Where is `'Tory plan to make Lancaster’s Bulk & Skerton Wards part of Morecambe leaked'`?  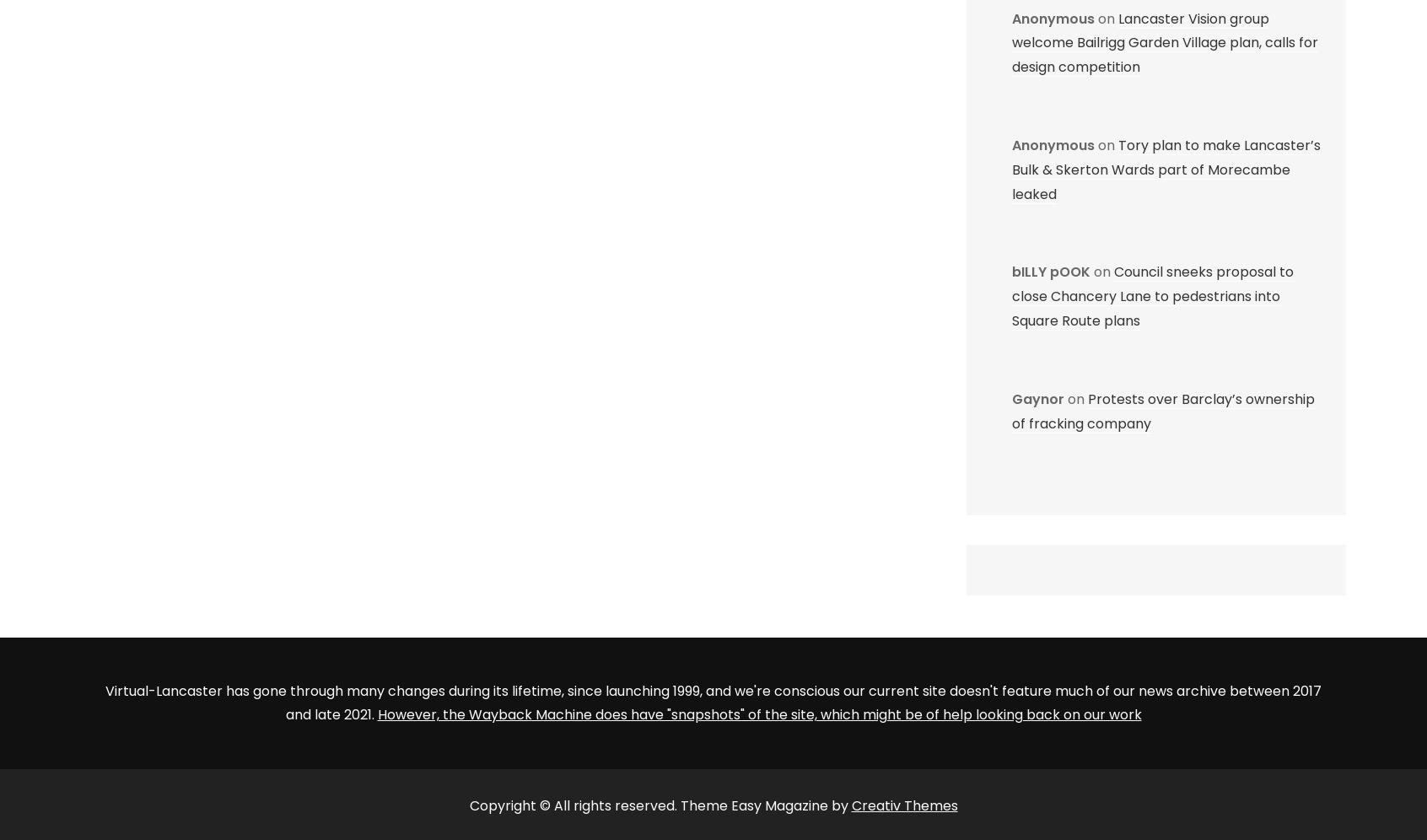
'Tory plan to make Lancaster’s Bulk & Skerton Wards part of Morecambe leaked' is located at coordinates (1166, 169).